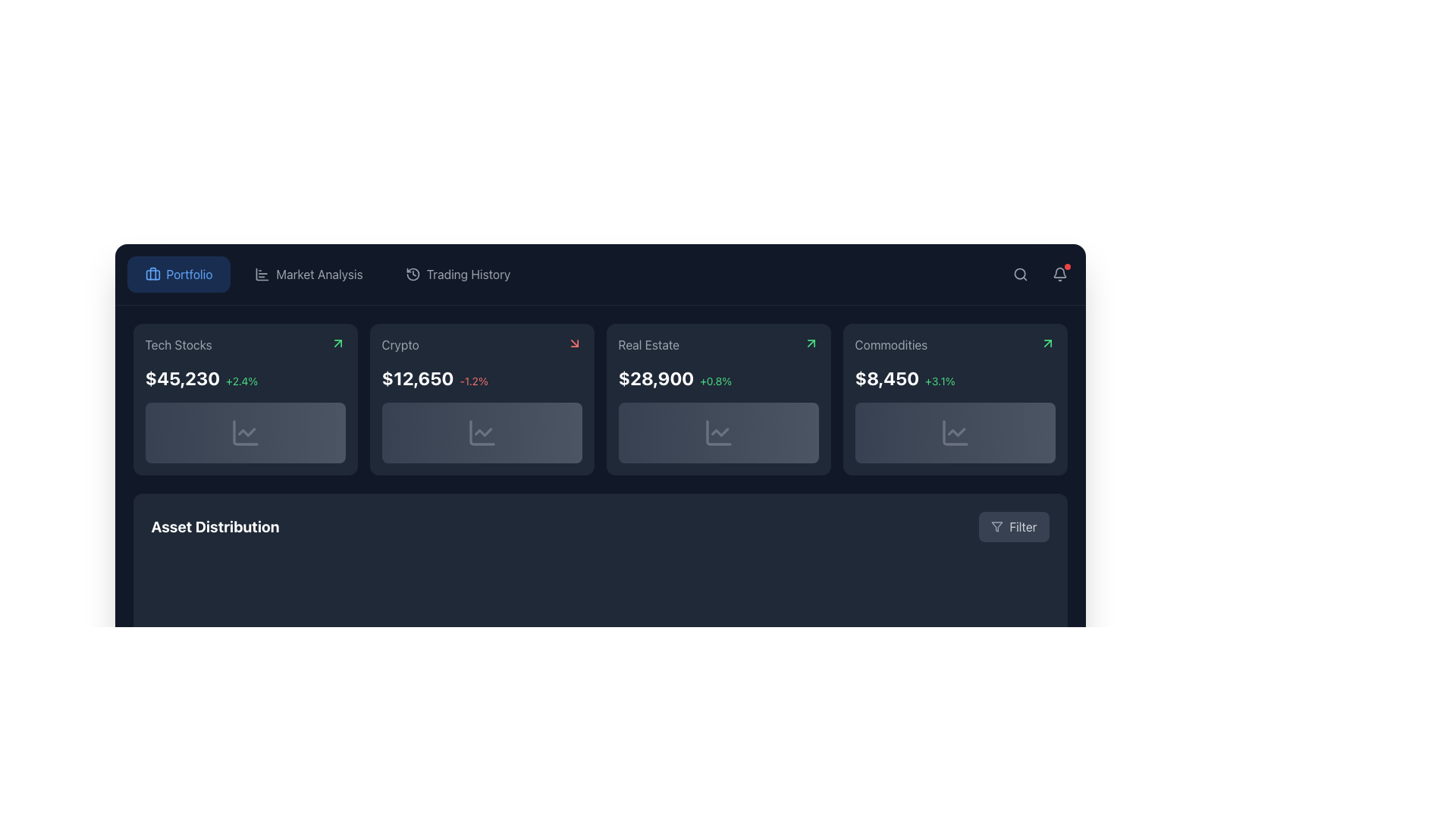  What do you see at coordinates (457, 275) in the screenshot?
I see `the 'Trading History' button in the navigation menu` at bounding box center [457, 275].